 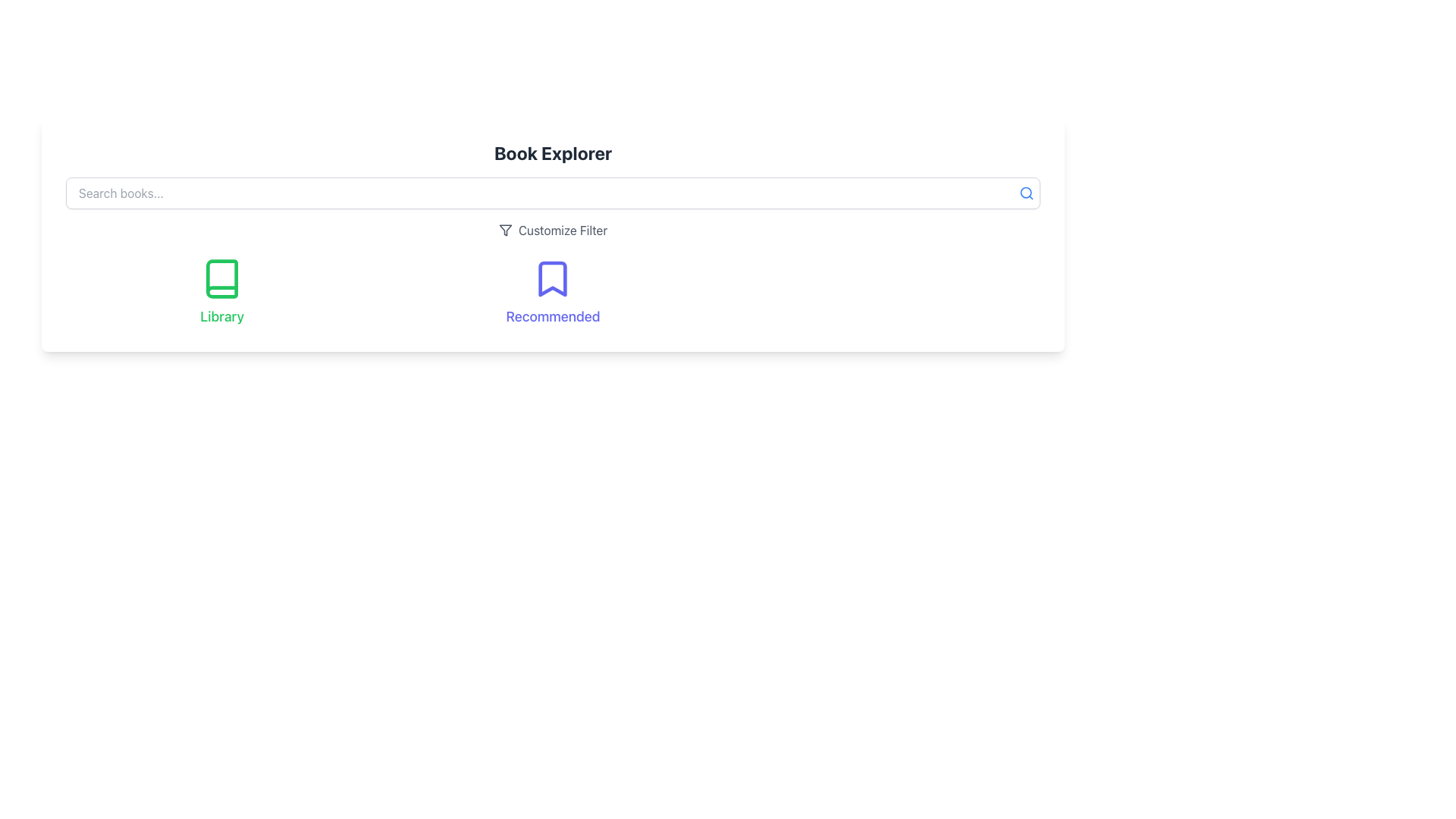 I want to click on the filter customization button located below the 'Book Explorer' header to change its color, so click(x=552, y=231).